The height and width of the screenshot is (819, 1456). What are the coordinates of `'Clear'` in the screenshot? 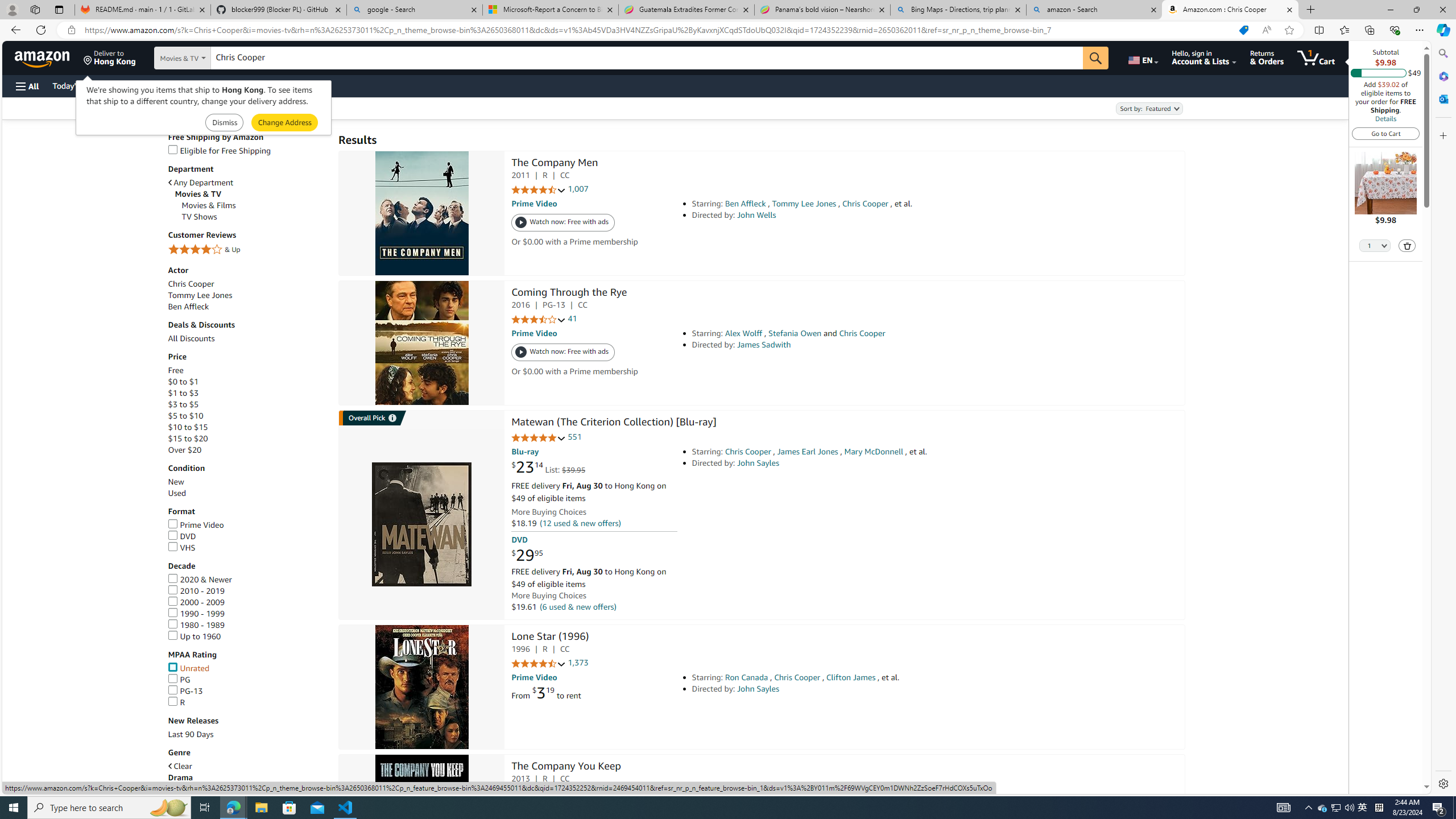 It's located at (247, 766).